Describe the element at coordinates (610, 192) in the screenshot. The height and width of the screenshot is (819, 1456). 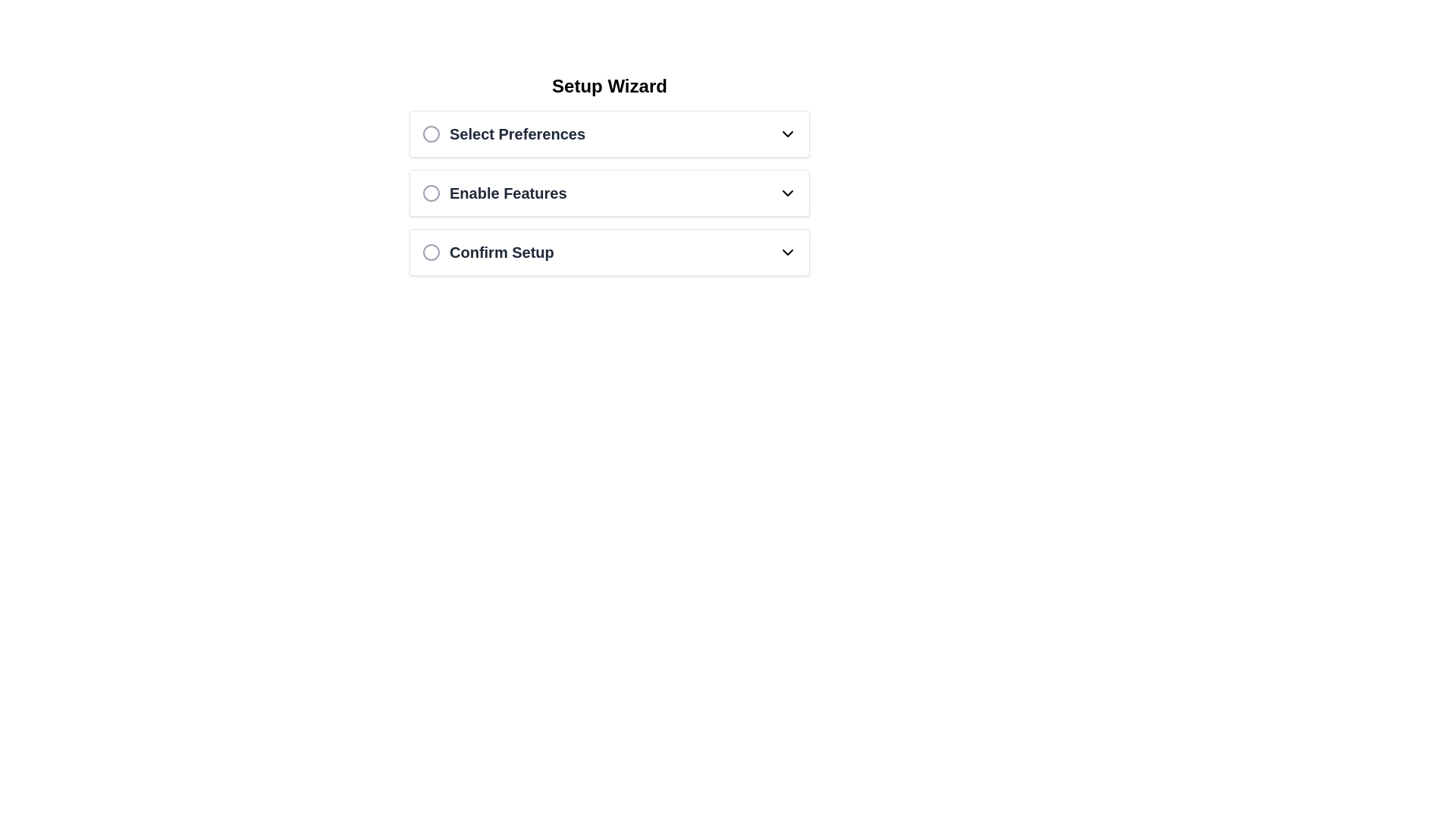
I see `the second option in the Selectable section with a radio button and dropdown capability, located underneath 'Select Preferences' and above 'Confirm Setup'` at that location.